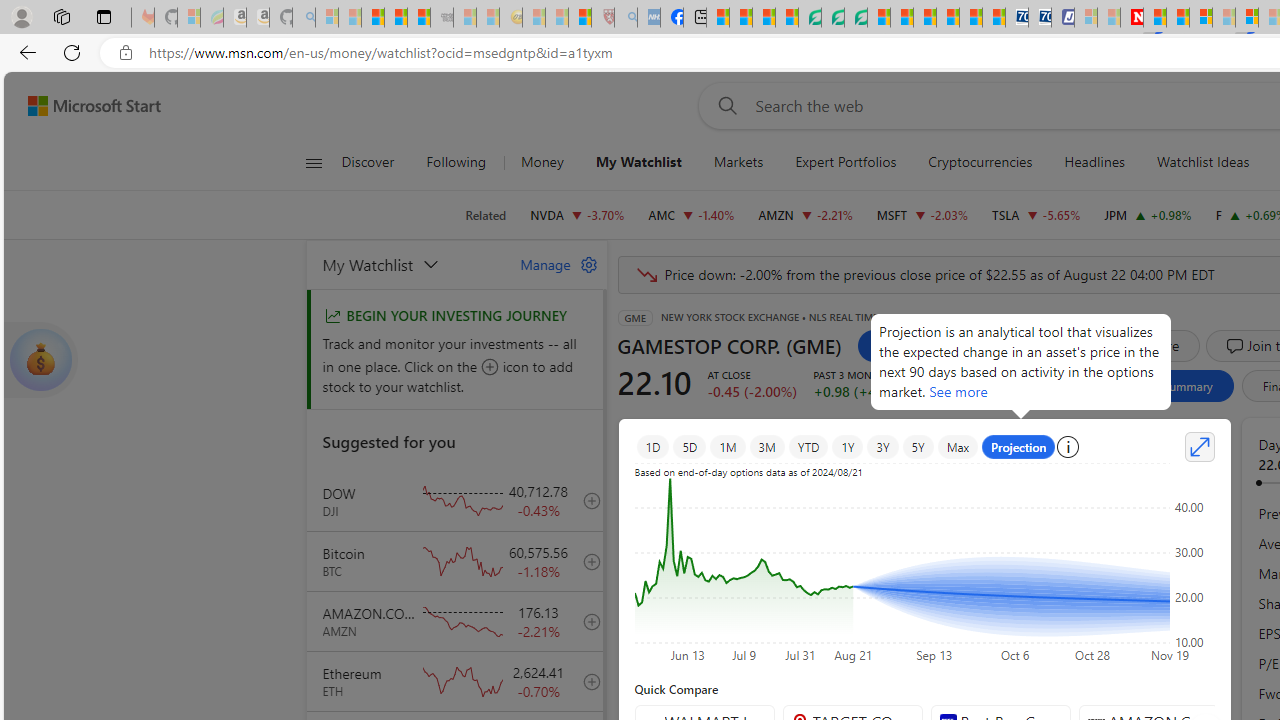 The image size is (1280, 720). I want to click on 'Cheap Hotels - Save70.com', so click(1040, 17).